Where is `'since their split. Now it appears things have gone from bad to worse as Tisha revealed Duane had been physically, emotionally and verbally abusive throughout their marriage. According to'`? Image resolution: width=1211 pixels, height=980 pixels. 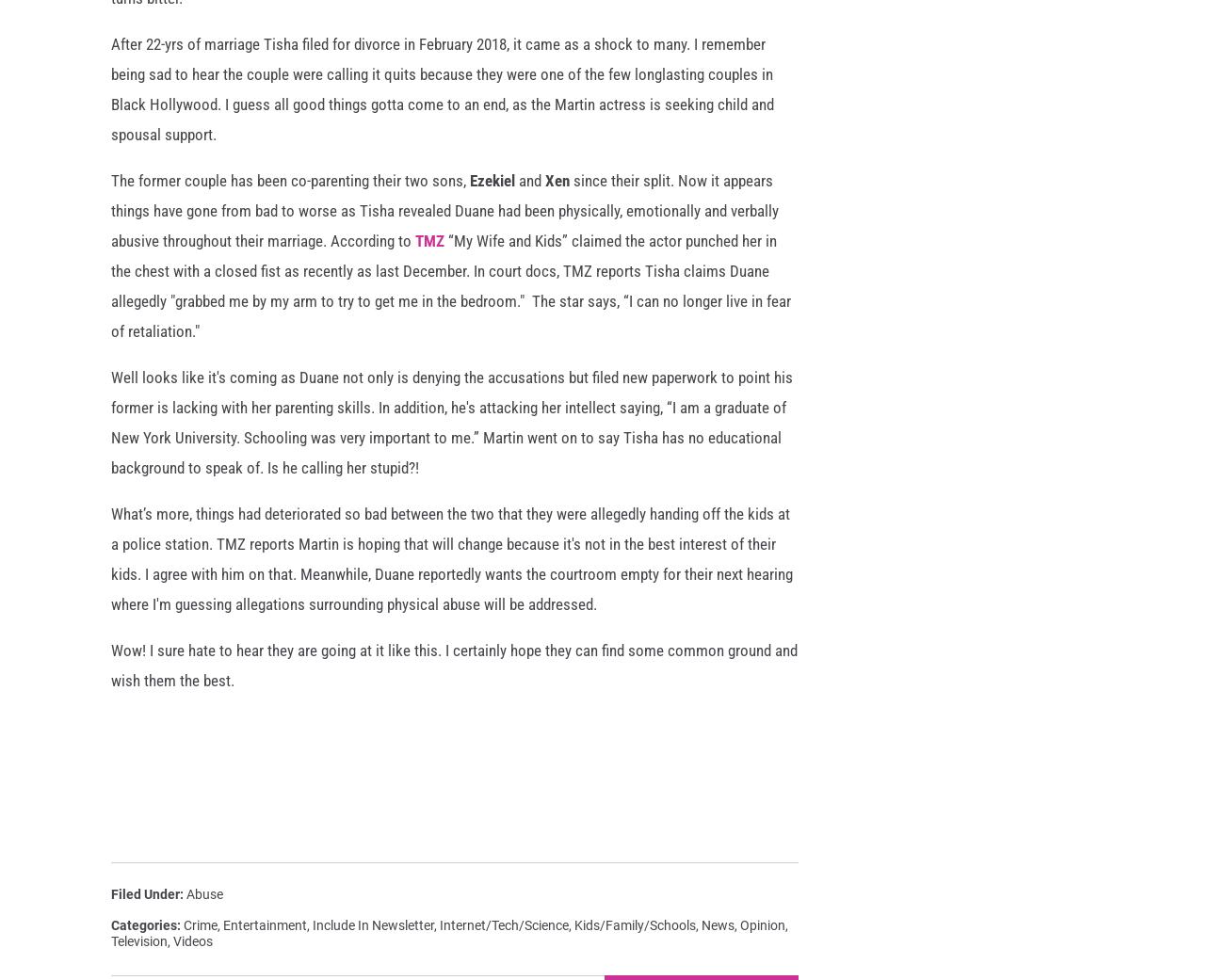 'since their split. Now it appears things have gone from bad to worse as Tisha revealed Duane had been physically, emotionally and verbally abusive throughout their marriage. According to' is located at coordinates (444, 222).